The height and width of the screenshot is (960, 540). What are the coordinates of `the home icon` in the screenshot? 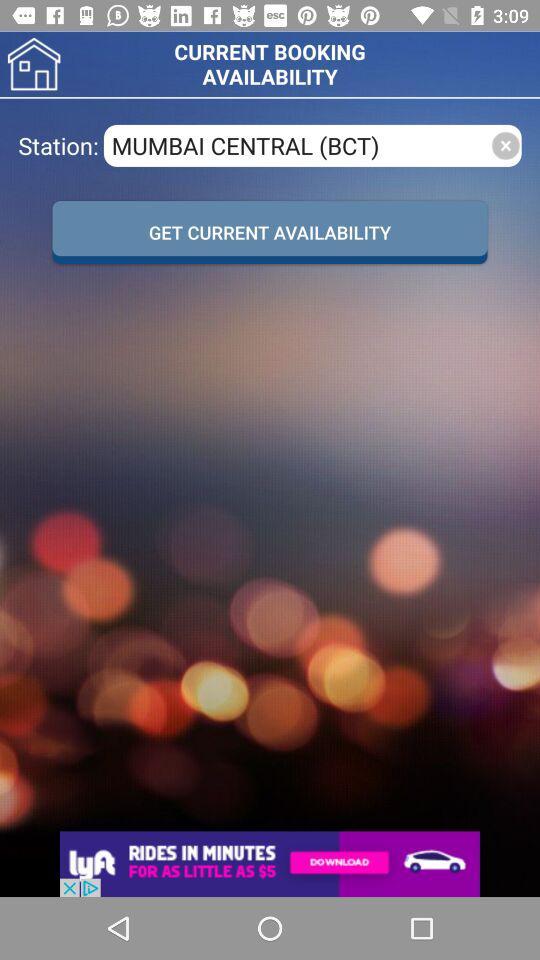 It's located at (33, 64).